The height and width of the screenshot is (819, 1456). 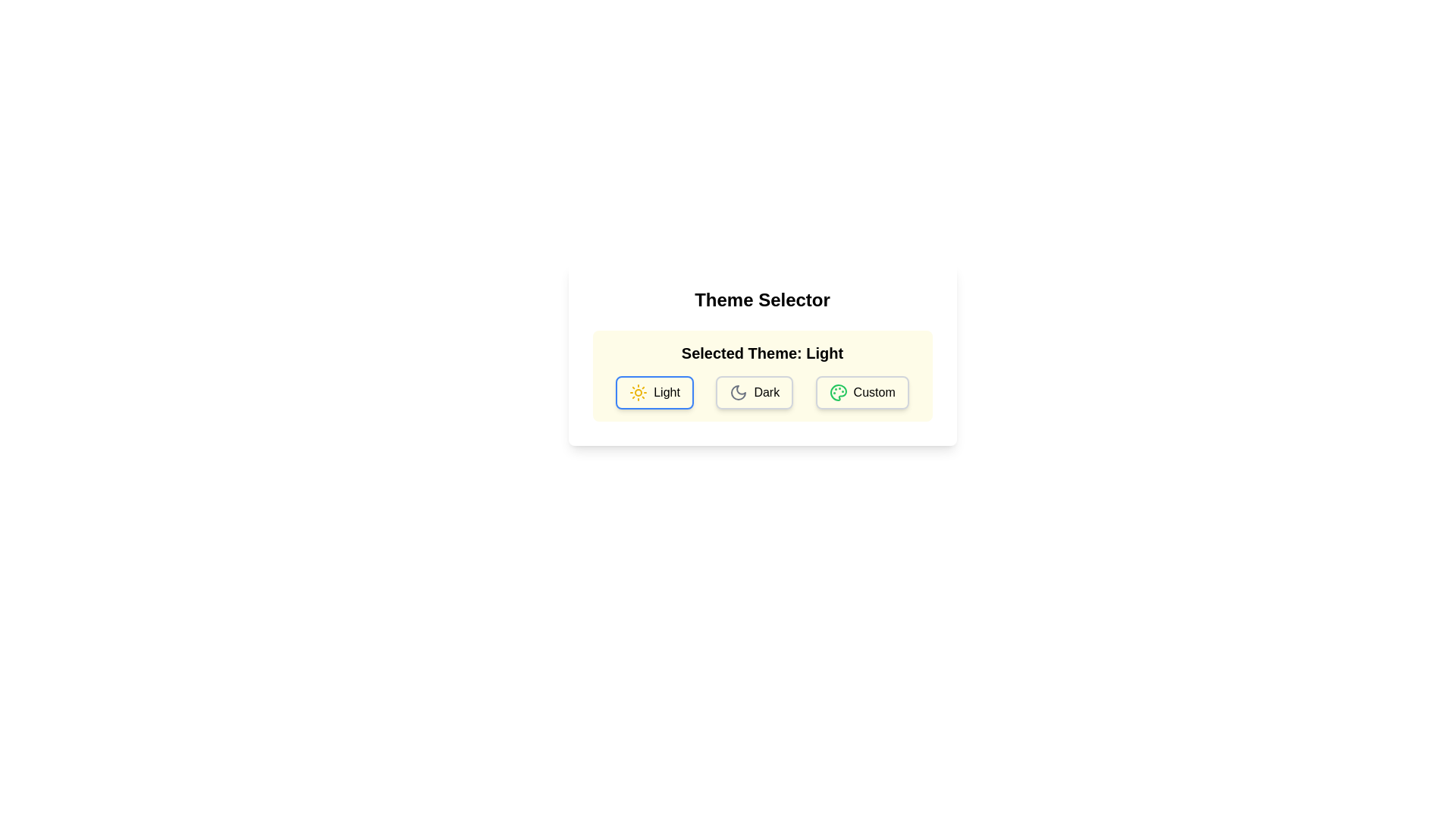 What do you see at coordinates (837, 391) in the screenshot?
I see `the decorative SVG icon representing the 'Custom' theme option within the 'Custom' button in the theme selection section` at bounding box center [837, 391].